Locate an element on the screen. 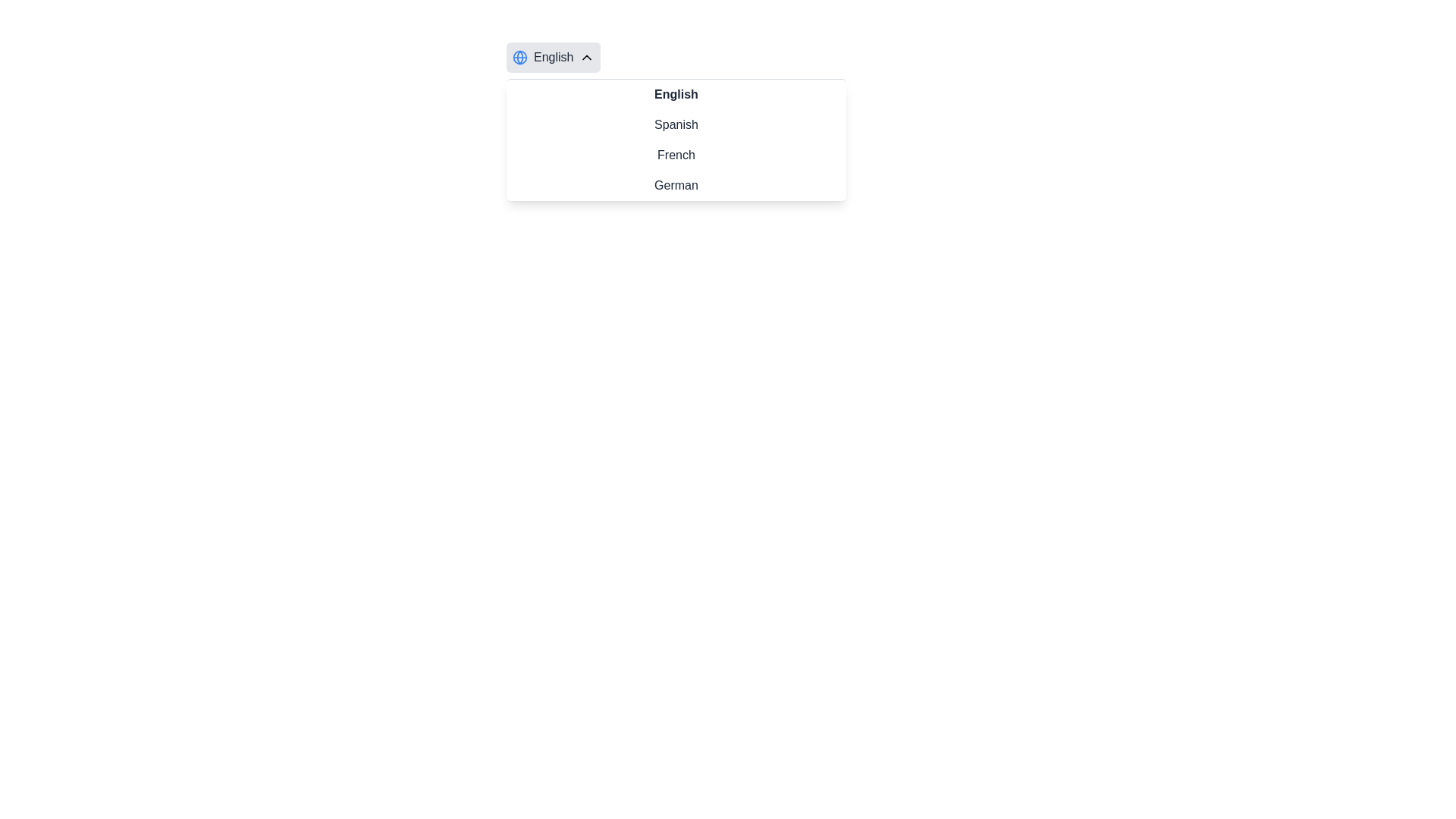 The image size is (1456, 819). the second option in the language selection dropdown menu to switch the language setting to Spanish is located at coordinates (676, 124).